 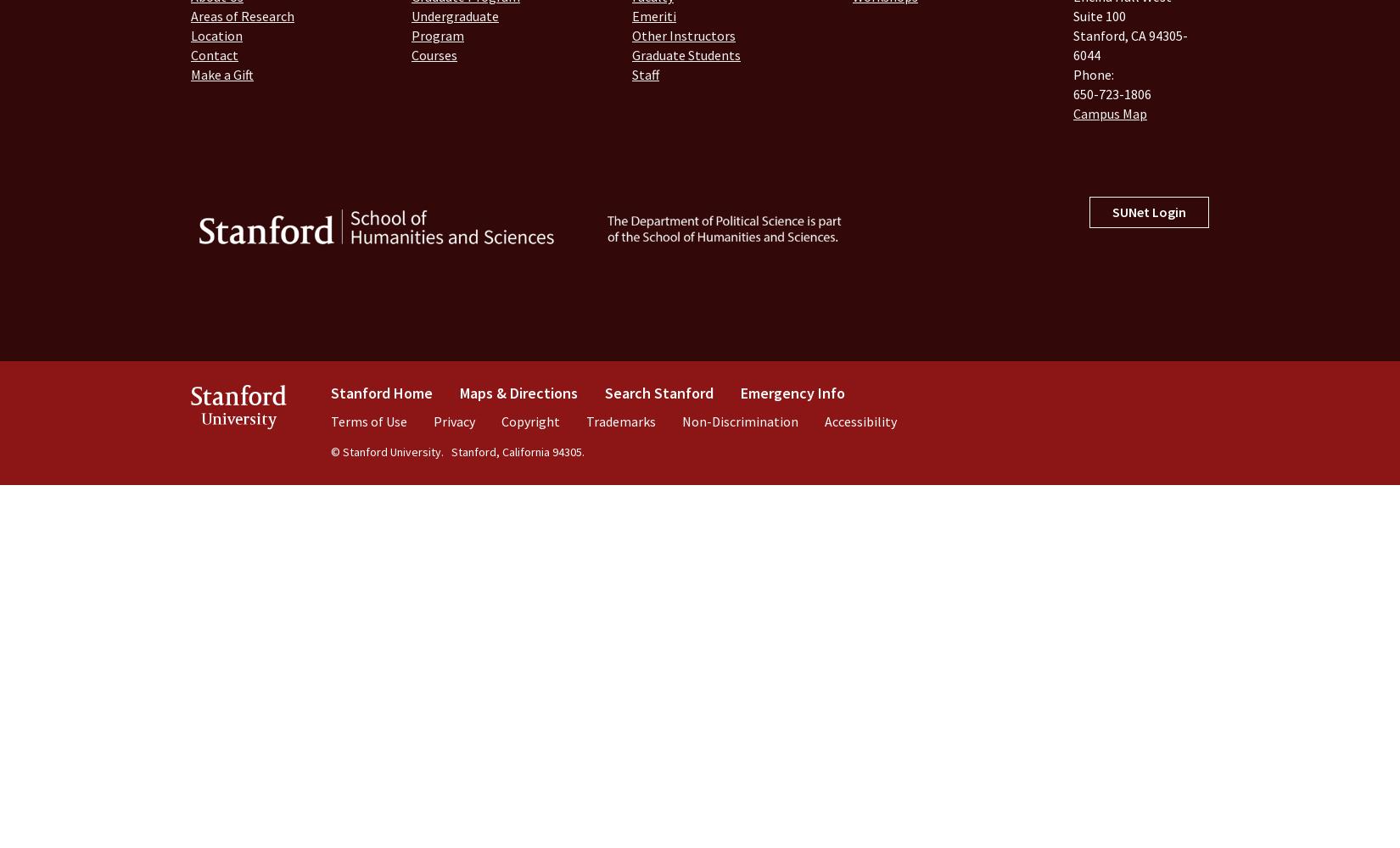 I want to click on 'University', so click(x=238, y=419).